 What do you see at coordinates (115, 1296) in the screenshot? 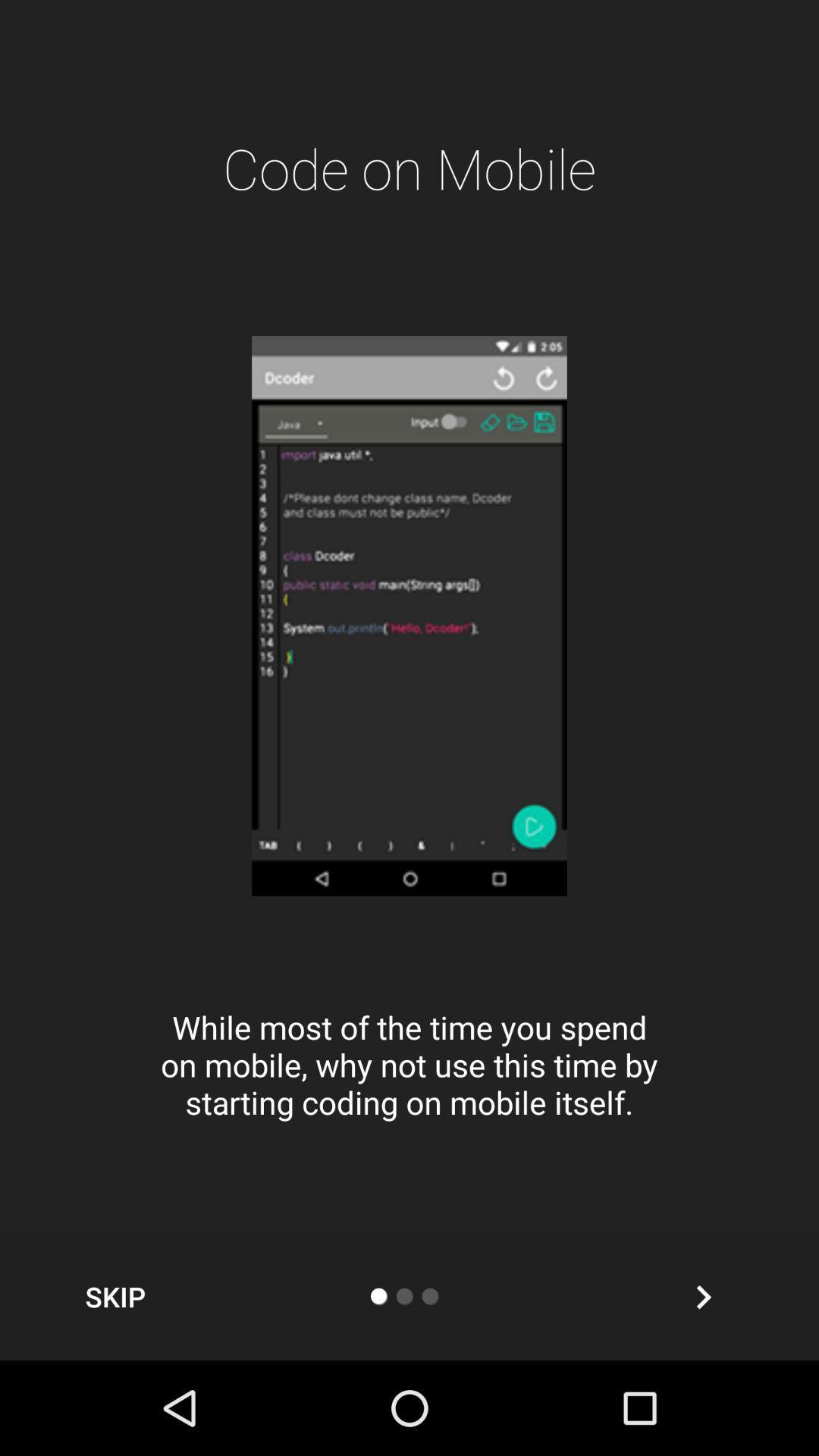
I see `icon below the while most of item` at bounding box center [115, 1296].